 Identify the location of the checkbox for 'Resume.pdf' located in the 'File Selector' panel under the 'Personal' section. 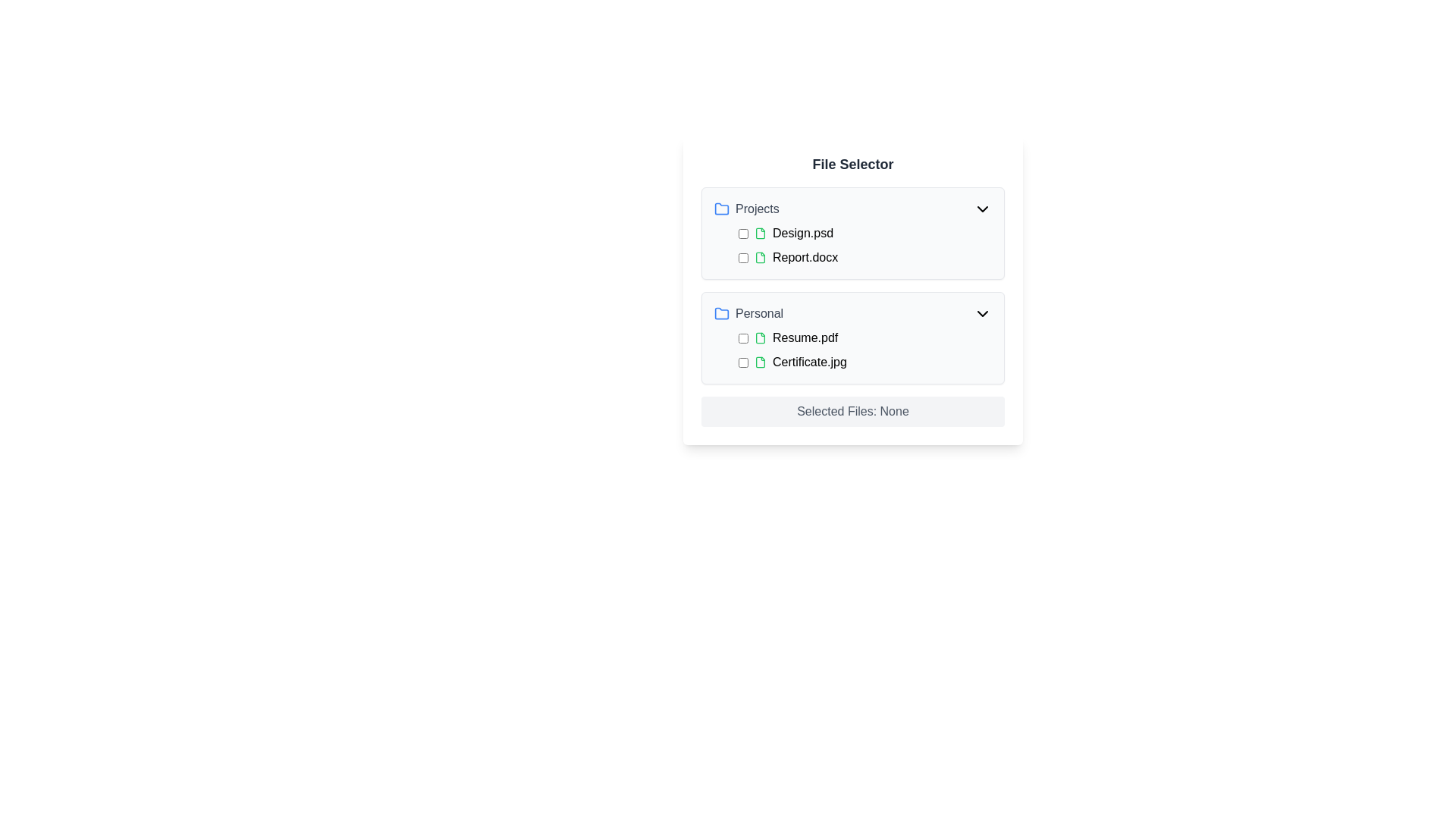
(743, 337).